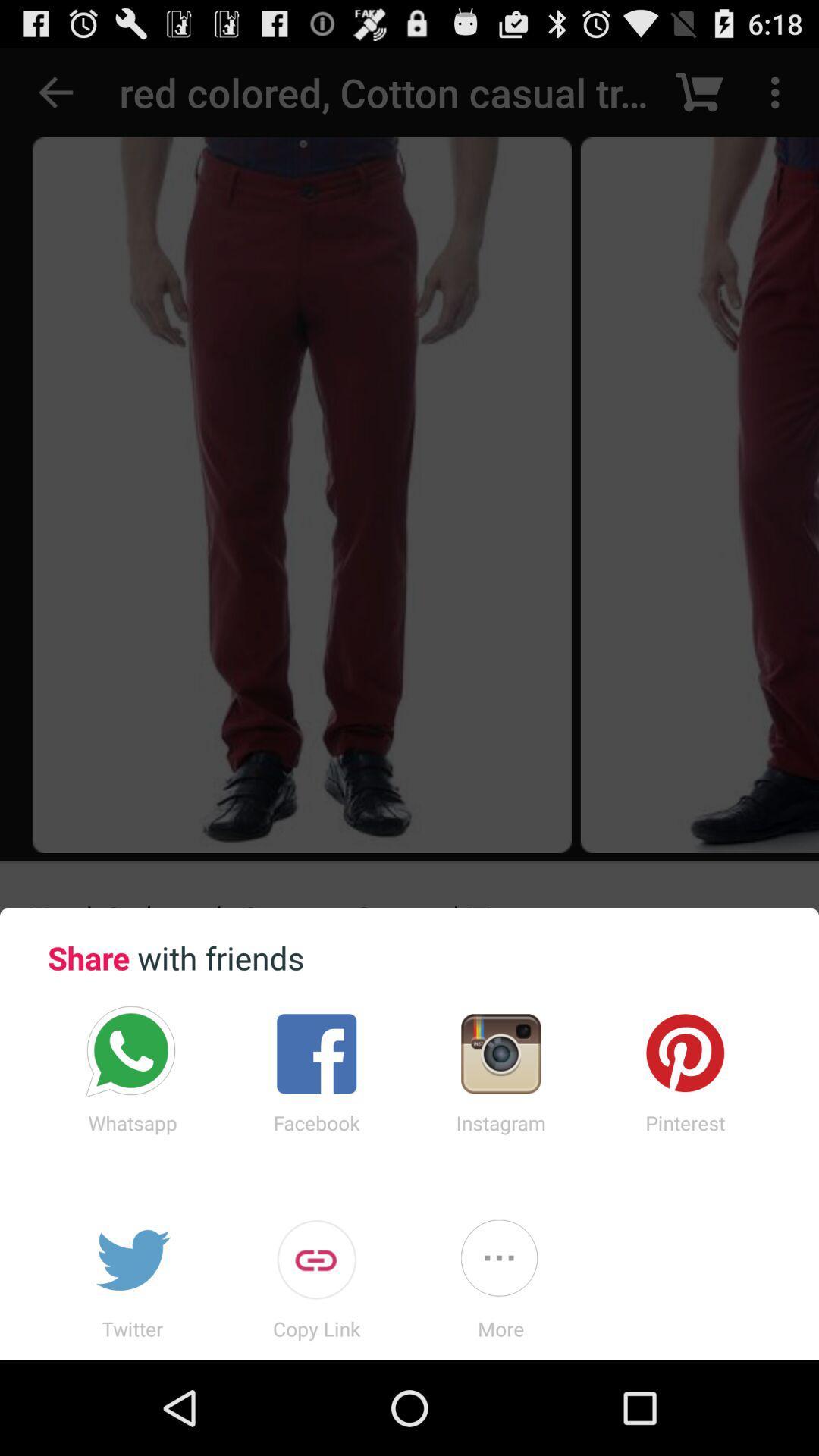  I want to click on item above share with friends, so click(409, 477).